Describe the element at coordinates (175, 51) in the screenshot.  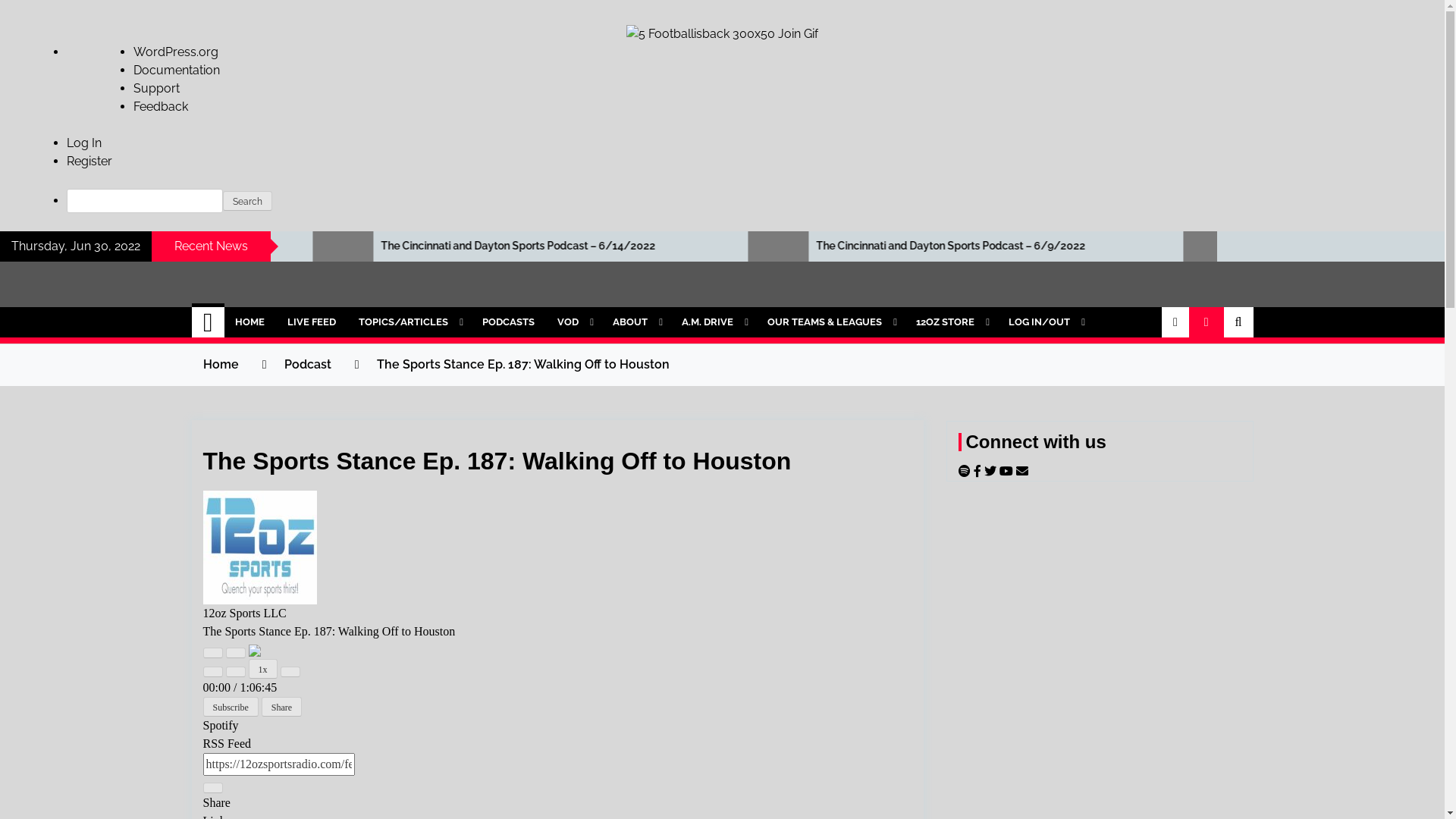
I see `'WordPress.org'` at that location.